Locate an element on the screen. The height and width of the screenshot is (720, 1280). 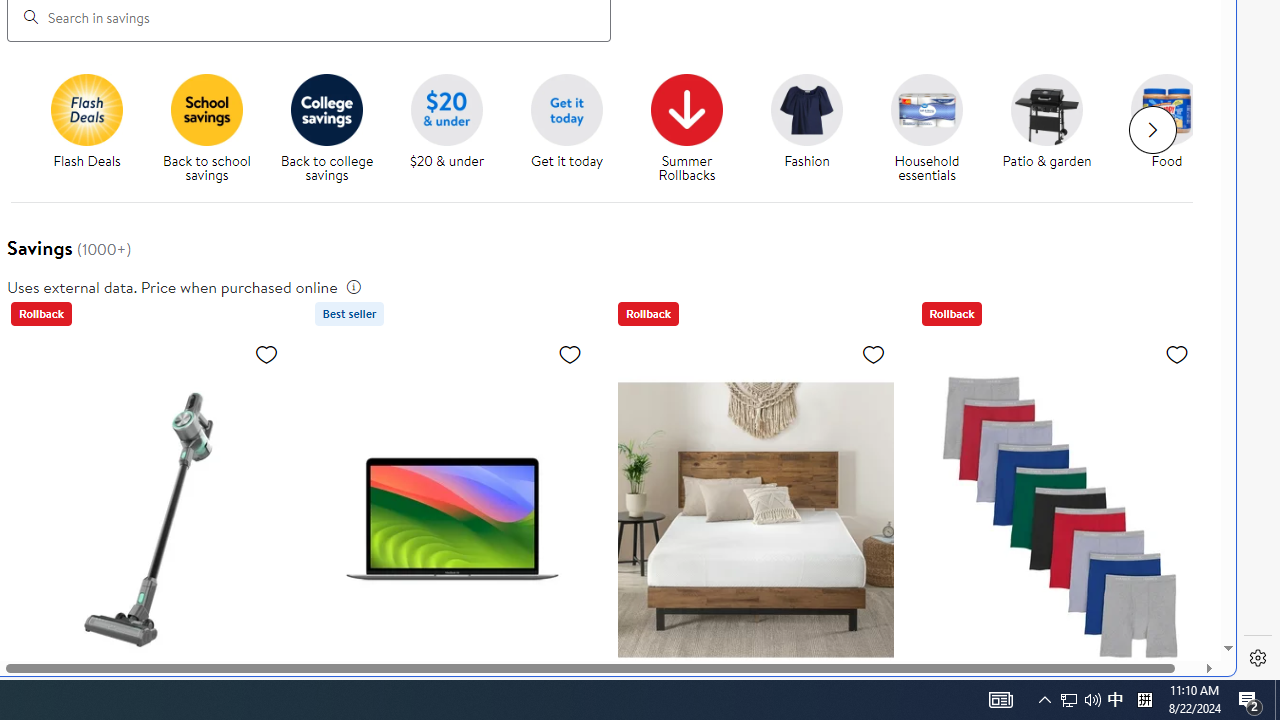
'Household essentials' is located at coordinates (925, 109).